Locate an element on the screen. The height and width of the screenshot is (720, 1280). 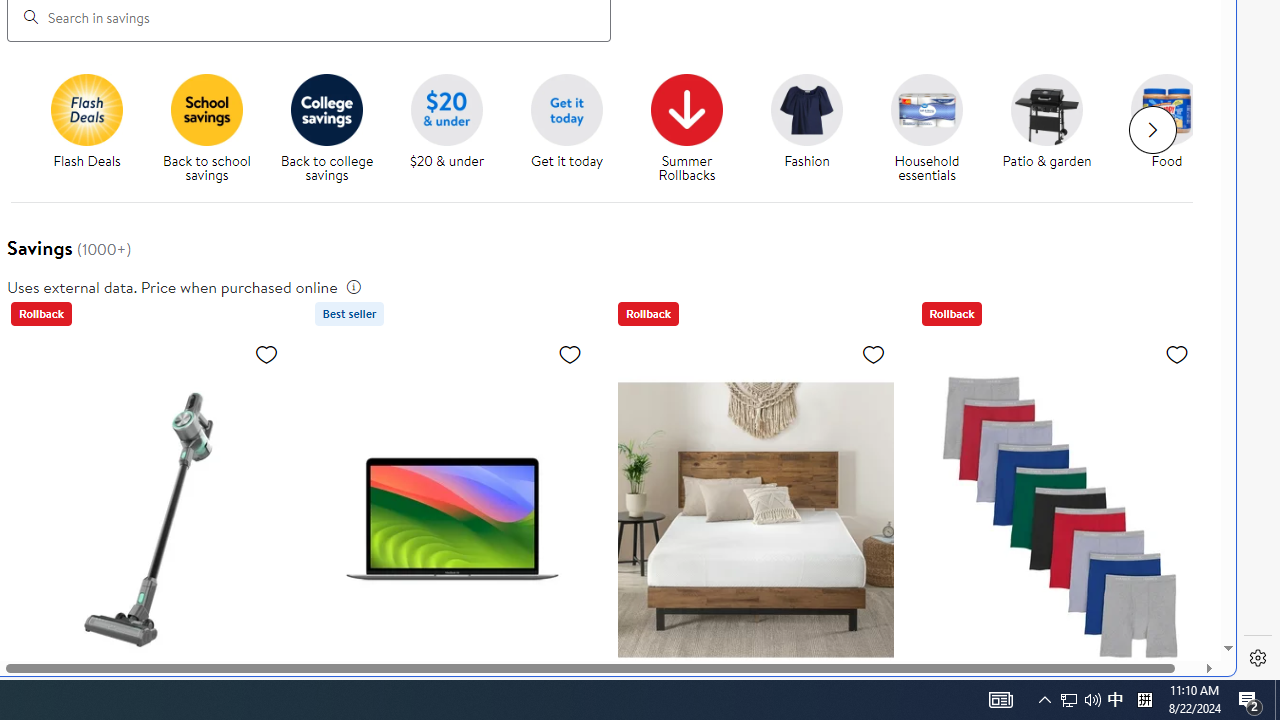
'Household essentials' is located at coordinates (925, 109).